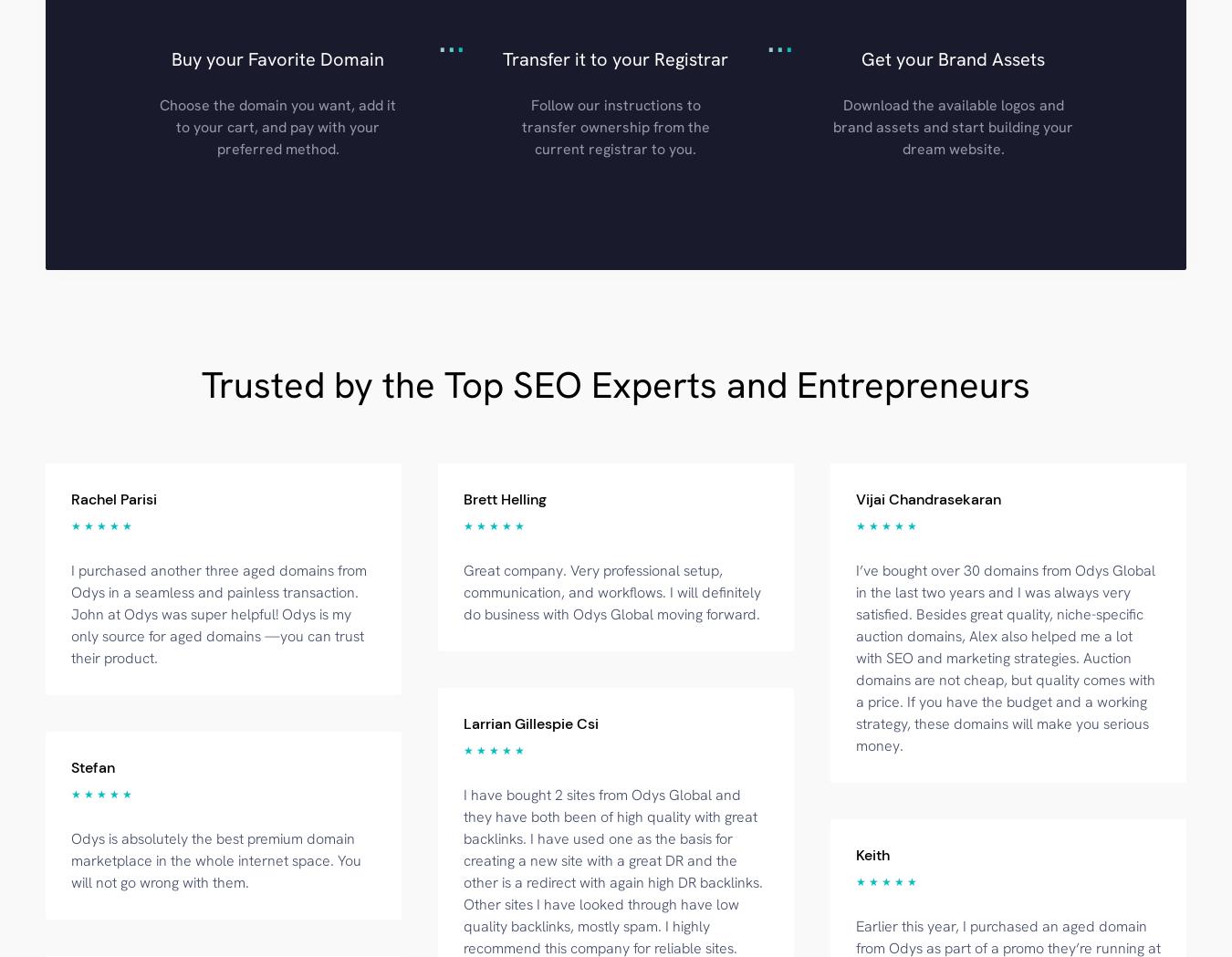 This screenshot has width=1232, height=957. What do you see at coordinates (218, 612) in the screenshot?
I see `'I purchased another three aged domains from Odys in a seamless and painless transaction. John at Odys was super helpful! Odys is my only source for aged domains —you can trust their product.'` at bounding box center [218, 612].